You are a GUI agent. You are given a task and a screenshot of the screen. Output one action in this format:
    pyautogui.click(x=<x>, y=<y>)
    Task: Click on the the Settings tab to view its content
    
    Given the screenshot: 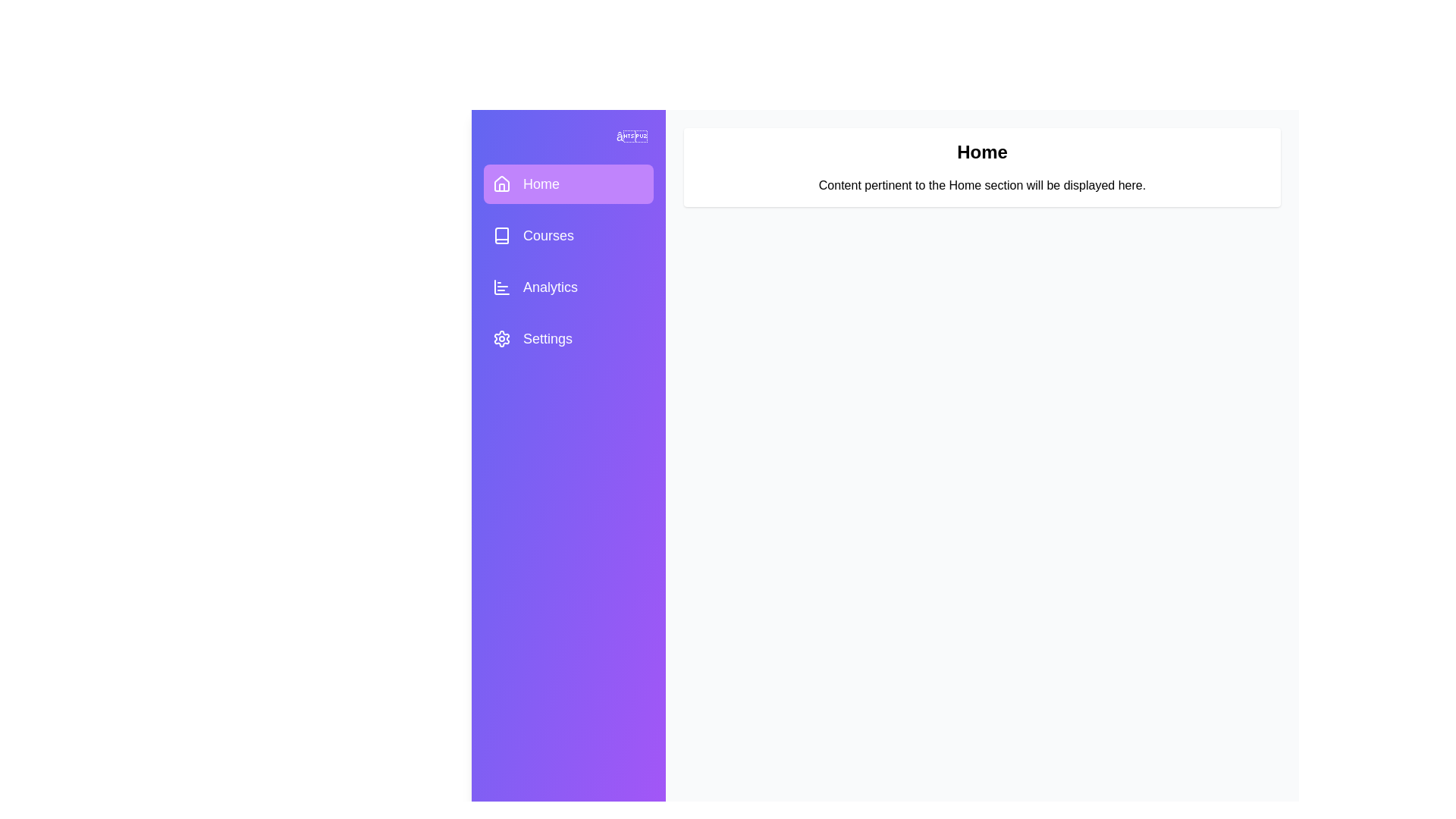 What is the action you would take?
    pyautogui.click(x=567, y=338)
    